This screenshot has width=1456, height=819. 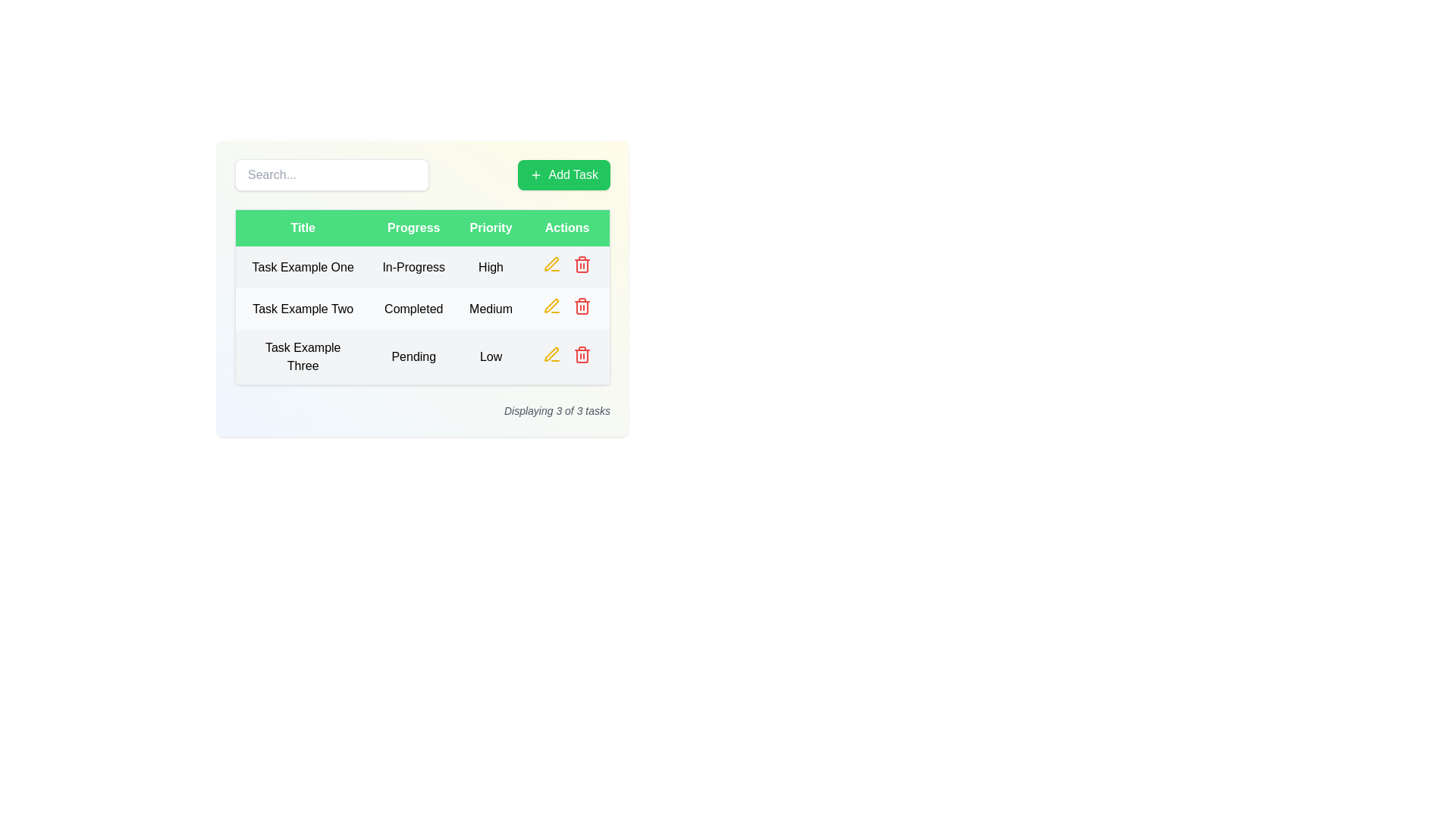 What do you see at coordinates (551, 263) in the screenshot?
I see `the pen icon in the 'Actions' column of the second row` at bounding box center [551, 263].